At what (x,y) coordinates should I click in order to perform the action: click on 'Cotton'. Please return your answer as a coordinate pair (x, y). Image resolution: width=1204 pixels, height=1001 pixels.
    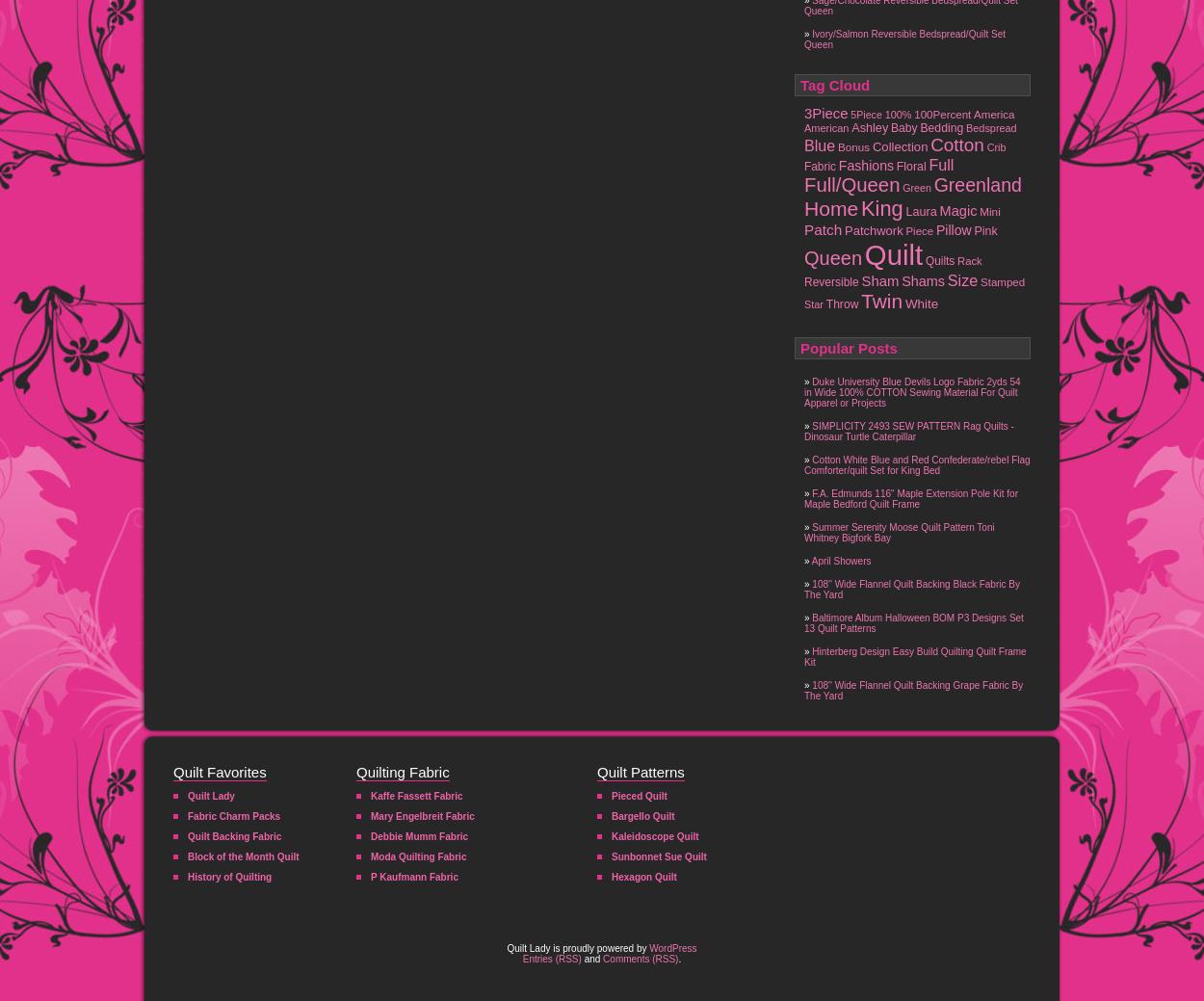
    Looking at the image, I should click on (929, 144).